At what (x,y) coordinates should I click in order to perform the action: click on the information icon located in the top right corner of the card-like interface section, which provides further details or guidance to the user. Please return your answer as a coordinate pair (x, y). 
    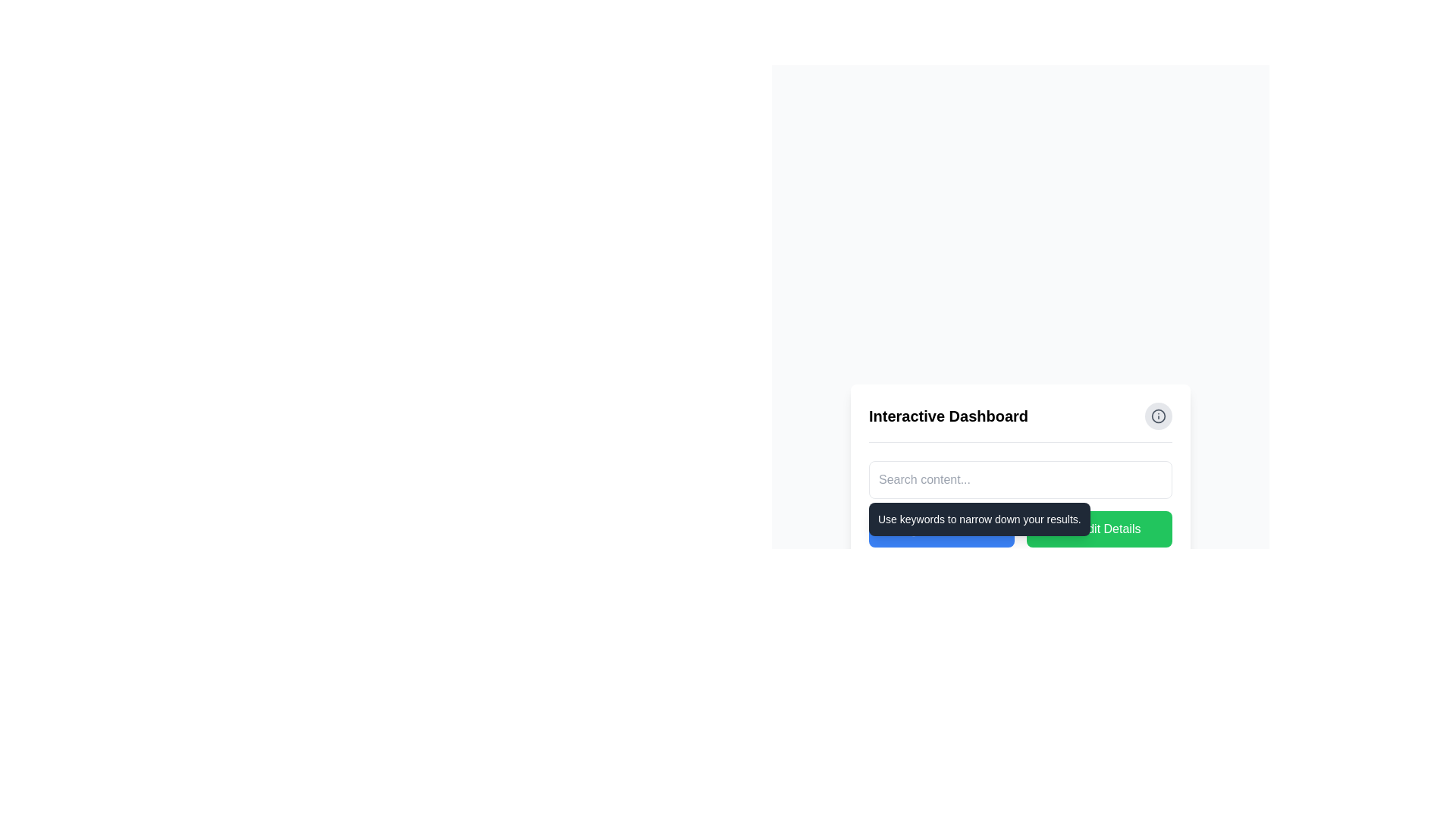
    Looking at the image, I should click on (1157, 415).